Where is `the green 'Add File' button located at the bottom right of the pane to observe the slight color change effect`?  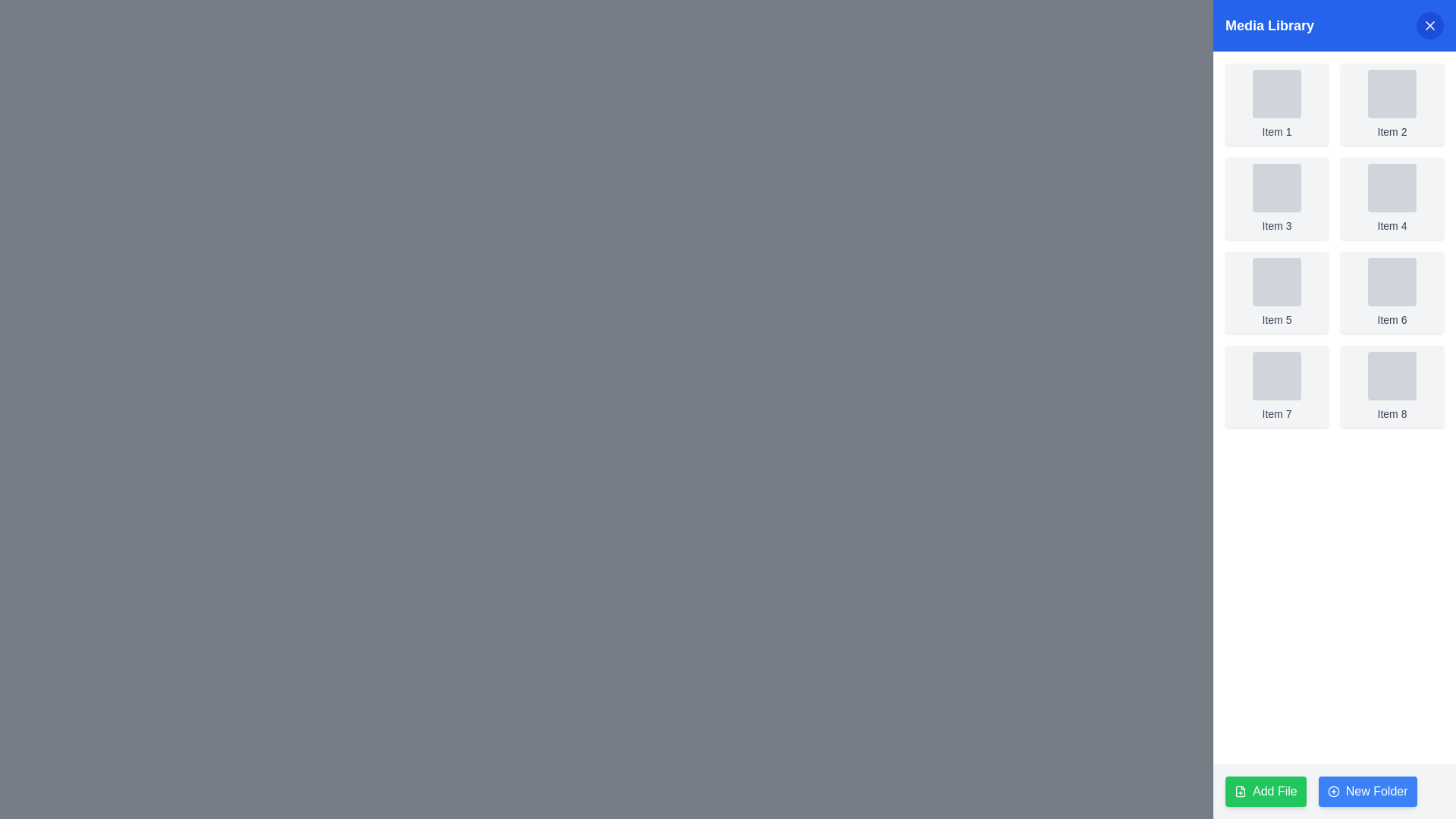
the green 'Add File' button located at the bottom right of the pane to observe the slight color change effect is located at coordinates (1266, 791).